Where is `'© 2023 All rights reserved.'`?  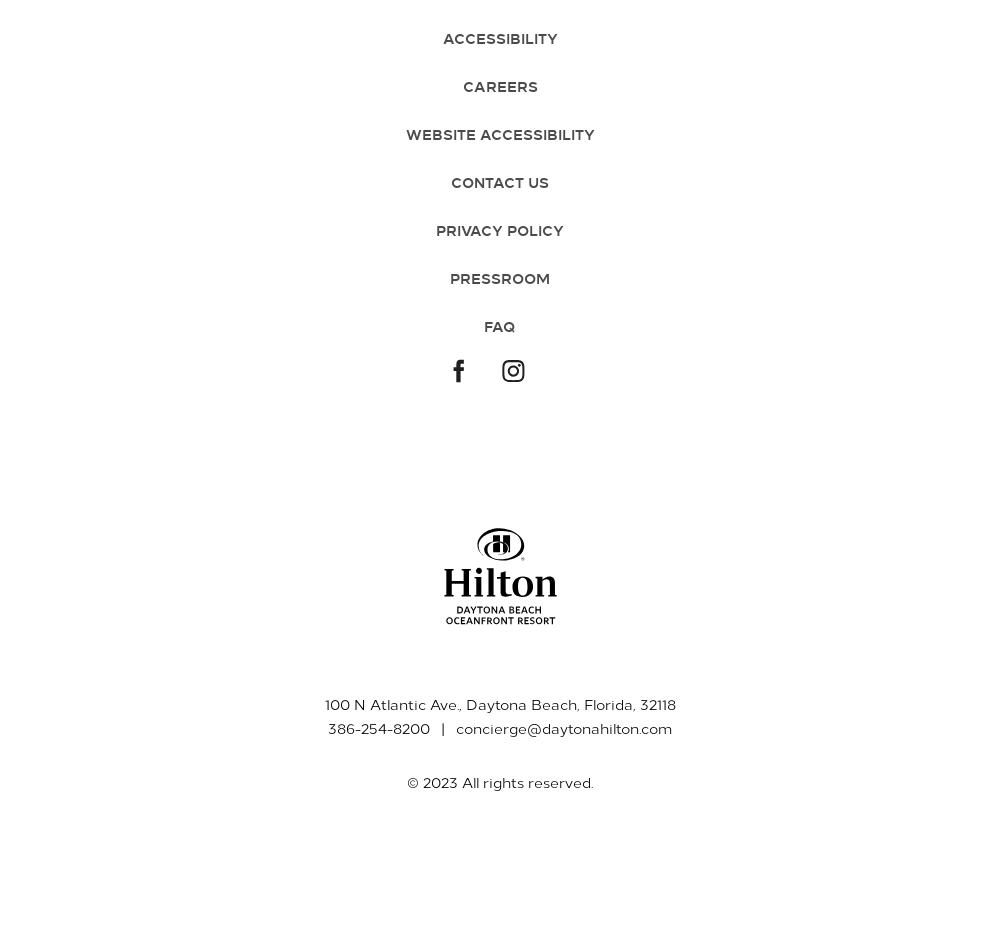 '© 2023 All rights reserved.' is located at coordinates (500, 781).